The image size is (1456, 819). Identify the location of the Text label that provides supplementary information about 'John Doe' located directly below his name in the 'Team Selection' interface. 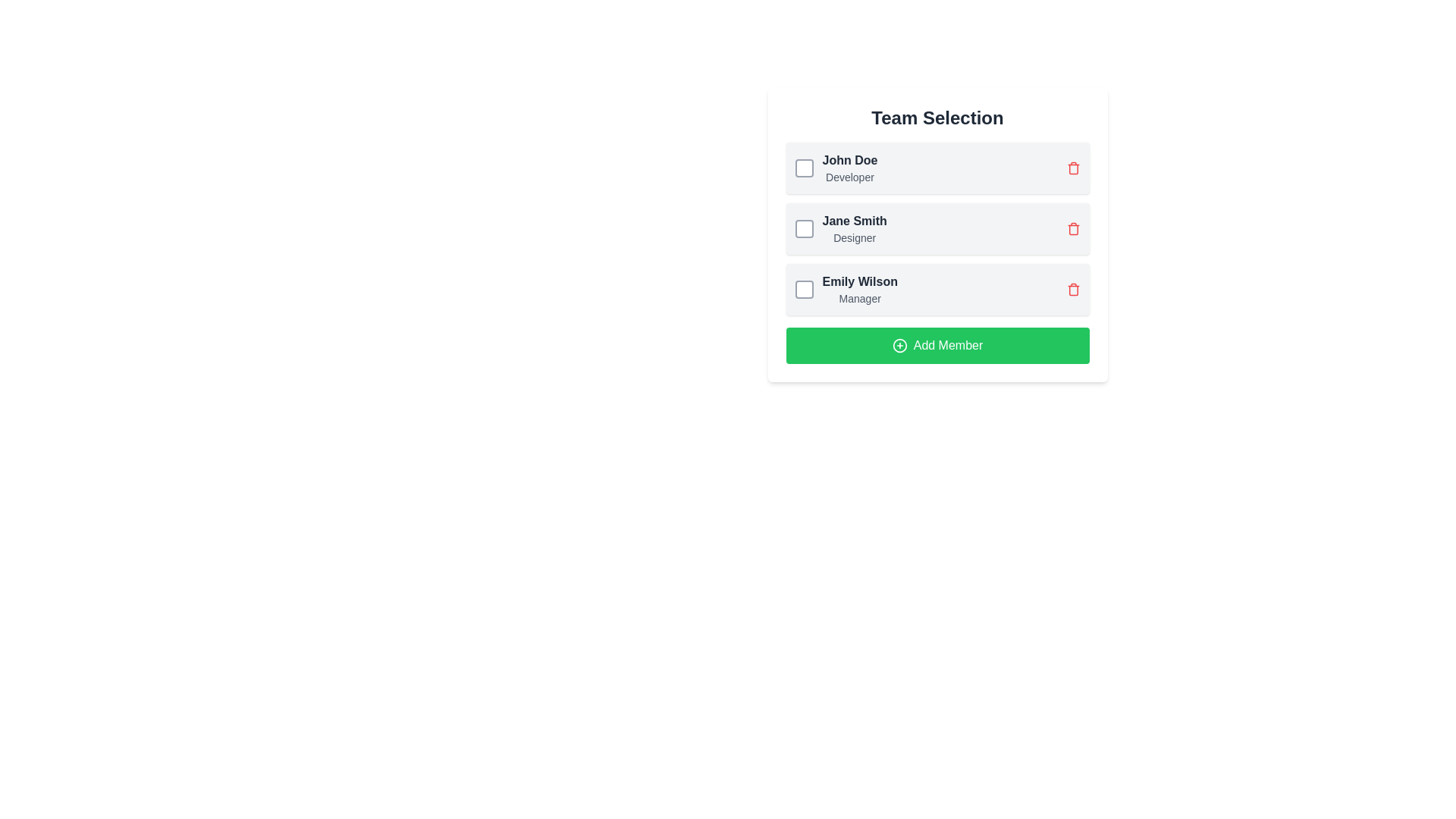
(849, 177).